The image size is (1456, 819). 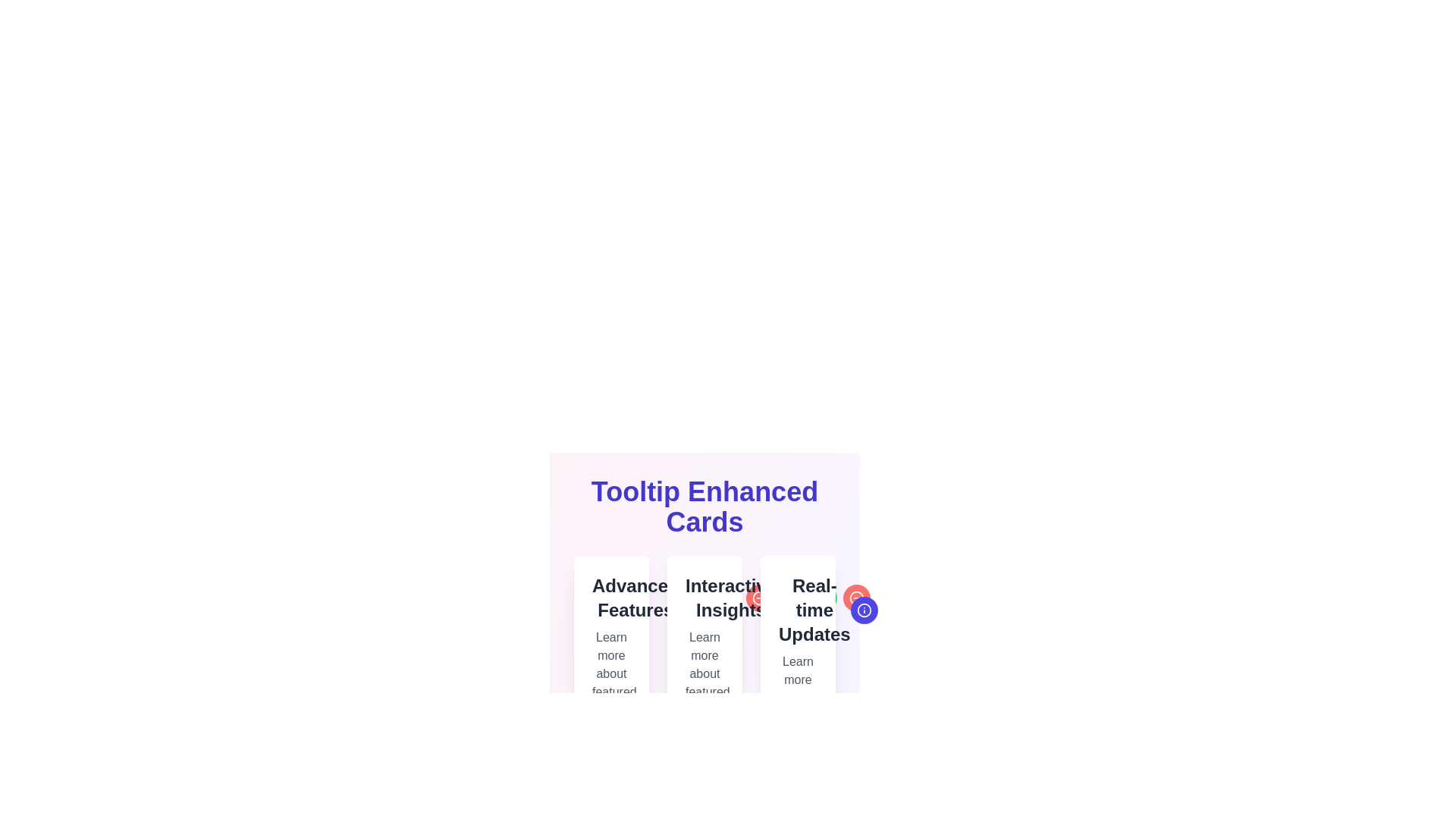 I want to click on the interactive title text located at the top of the leftmost card in the horizontally aligned collection of cards under 'Tooltip Enhanced Cards', so click(x=611, y=598).